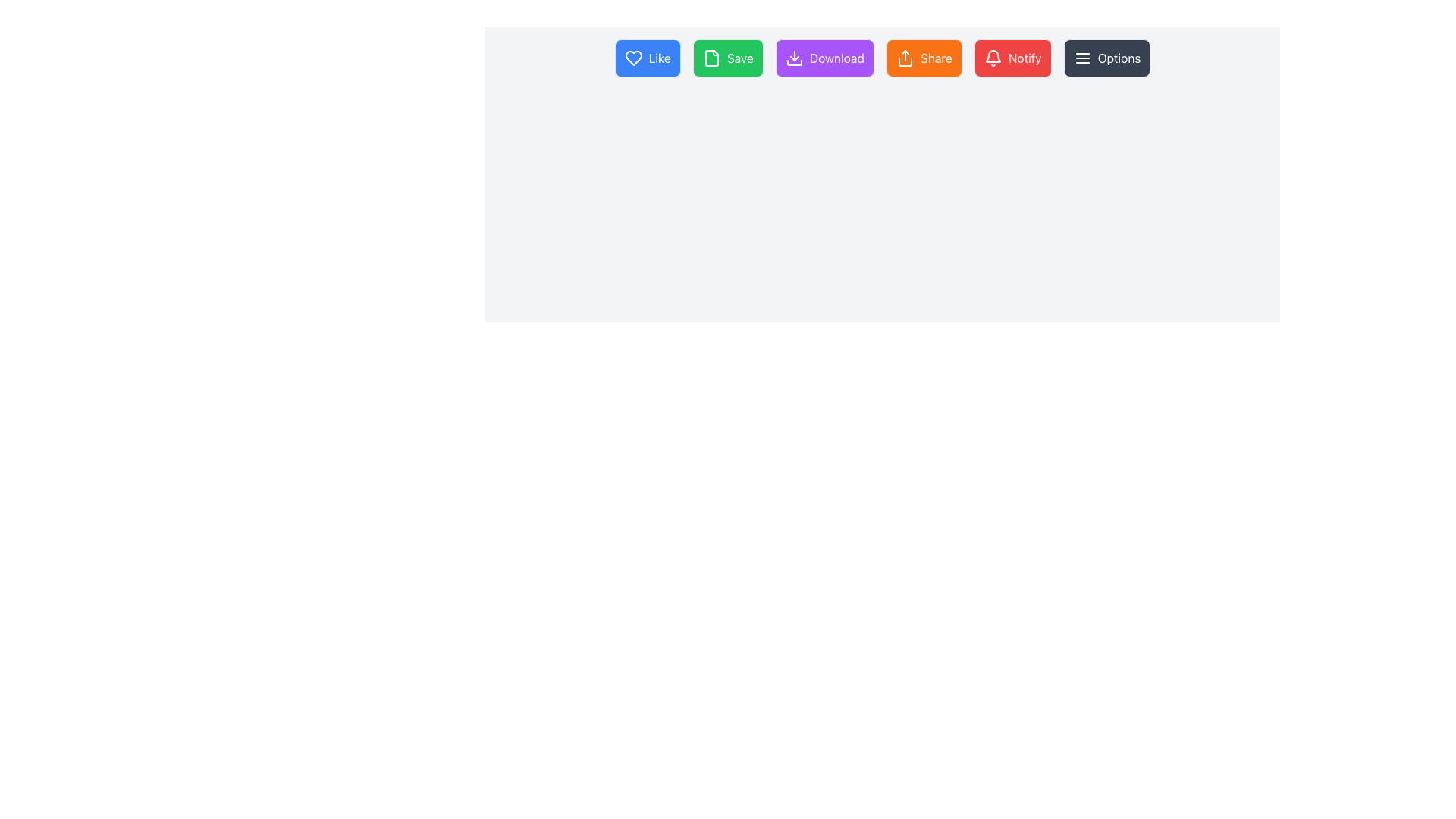 This screenshot has width=1456, height=819. What do you see at coordinates (923, 58) in the screenshot?
I see `the 'Share' button, which is a rectangular button with rounded corners, orange background, and white text, positioned between the 'Download' and 'Notify' buttons` at bounding box center [923, 58].